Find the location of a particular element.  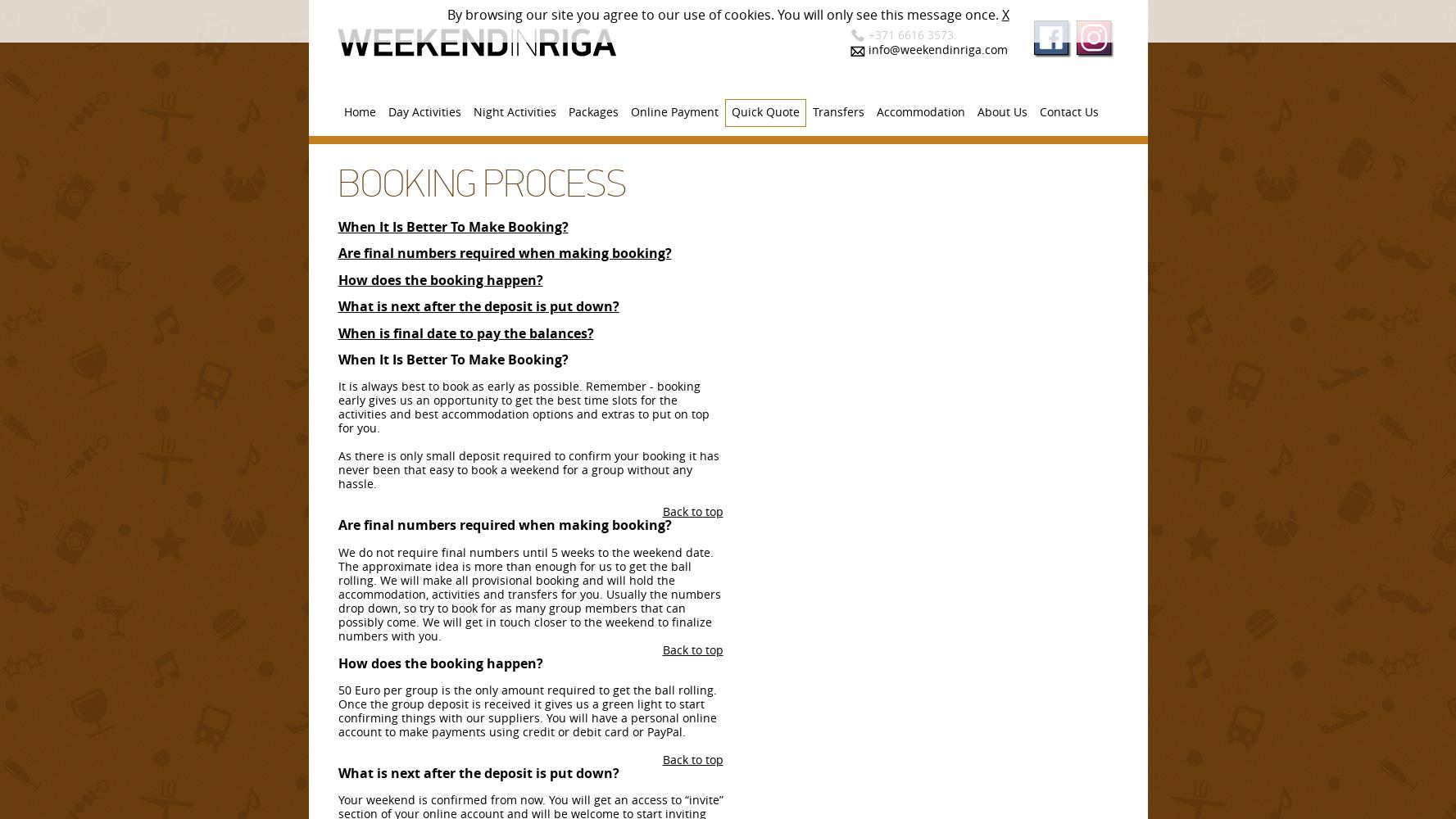

'As there is only small deposit required to confirm your booking it has never been that easy to book a weekend for a group without any hassle.' is located at coordinates (337, 468).